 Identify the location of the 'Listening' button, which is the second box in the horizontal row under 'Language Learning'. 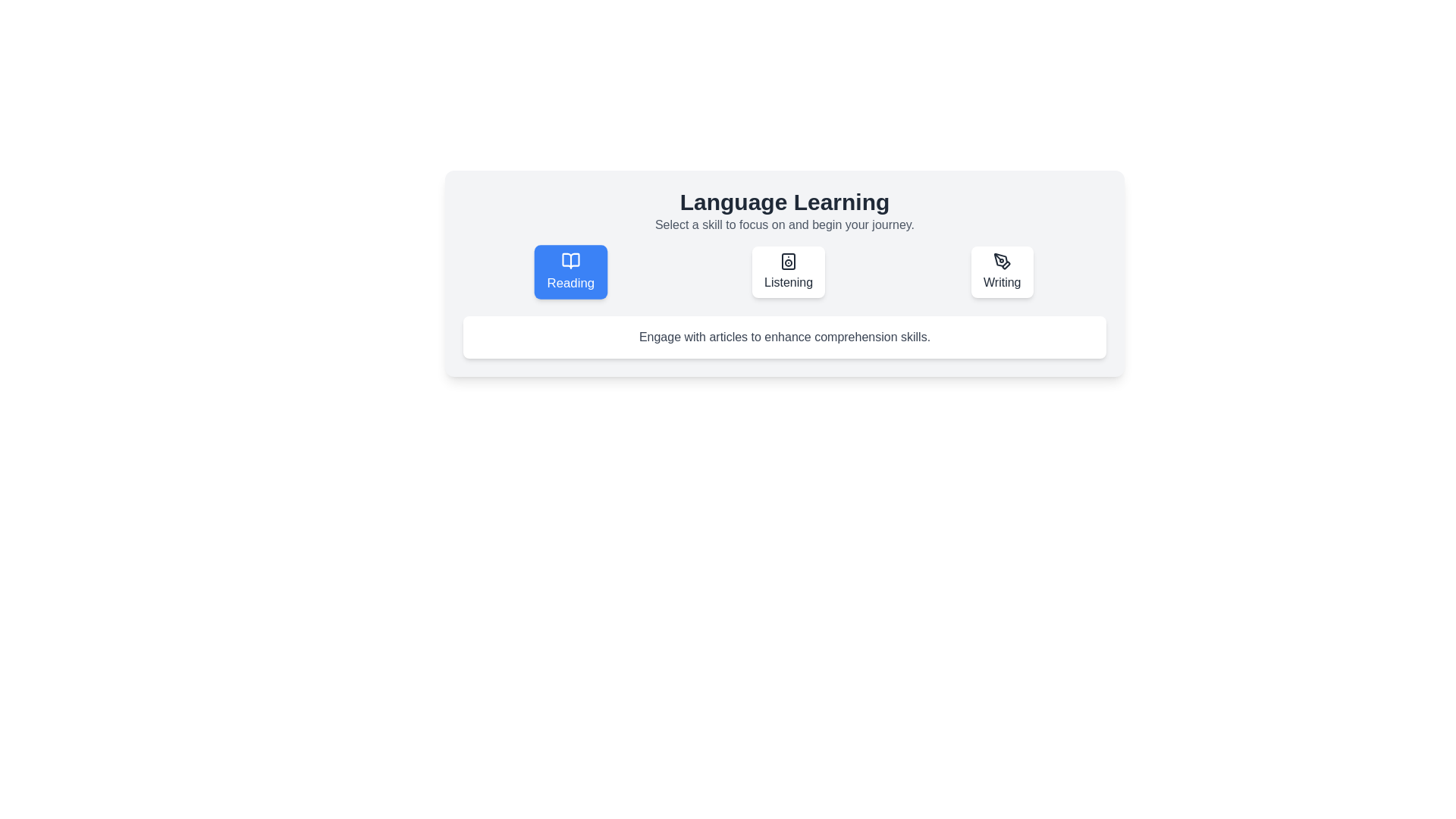
(785, 274).